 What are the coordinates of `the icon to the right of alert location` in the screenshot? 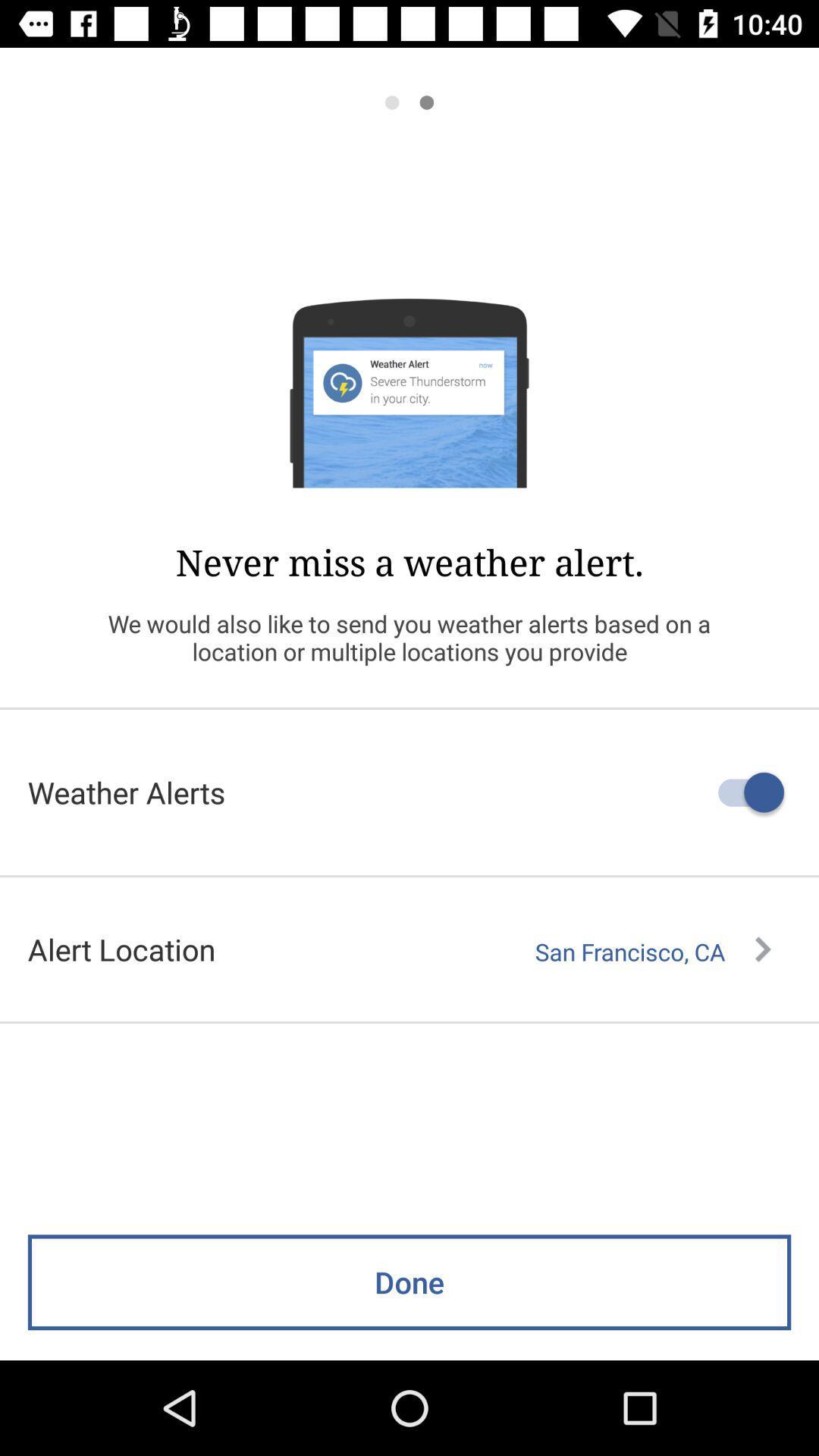 It's located at (652, 951).